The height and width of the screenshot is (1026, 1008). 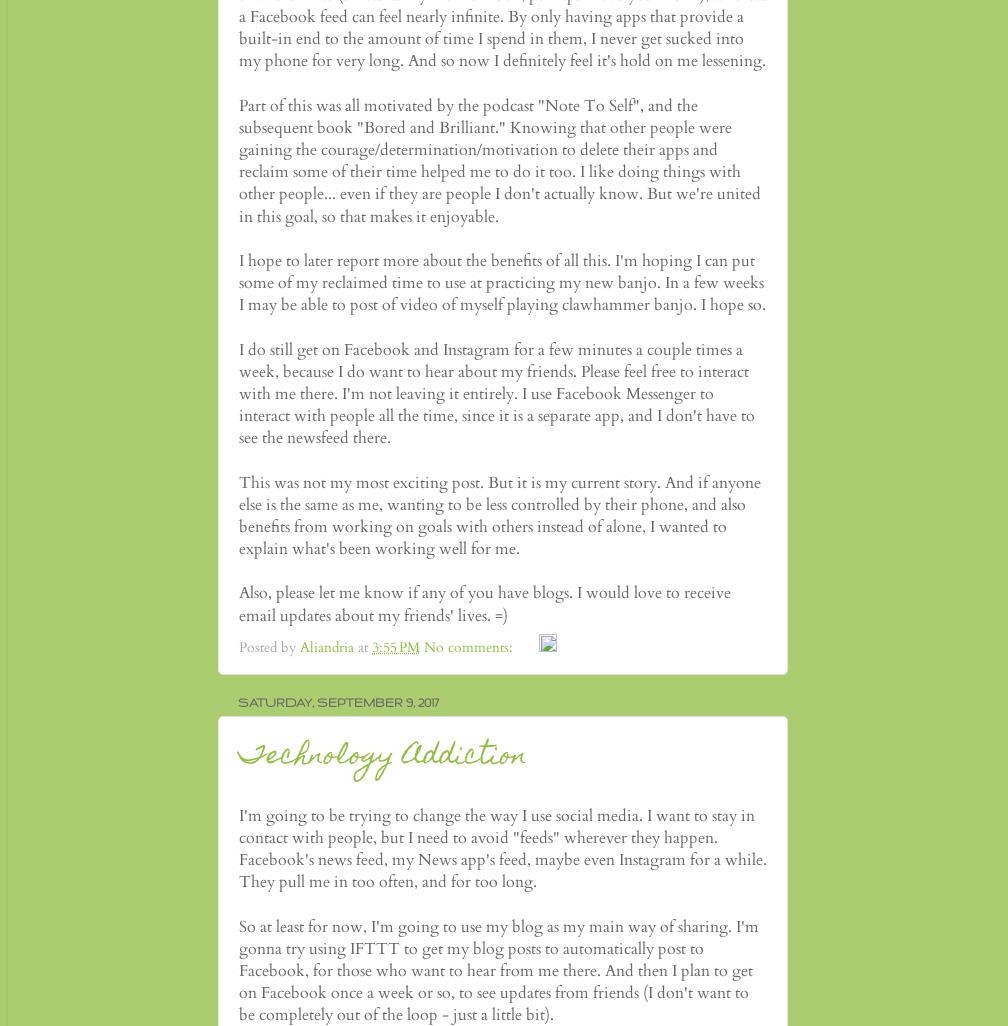 What do you see at coordinates (358, 647) in the screenshot?
I see `'at'` at bounding box center [358, 647].